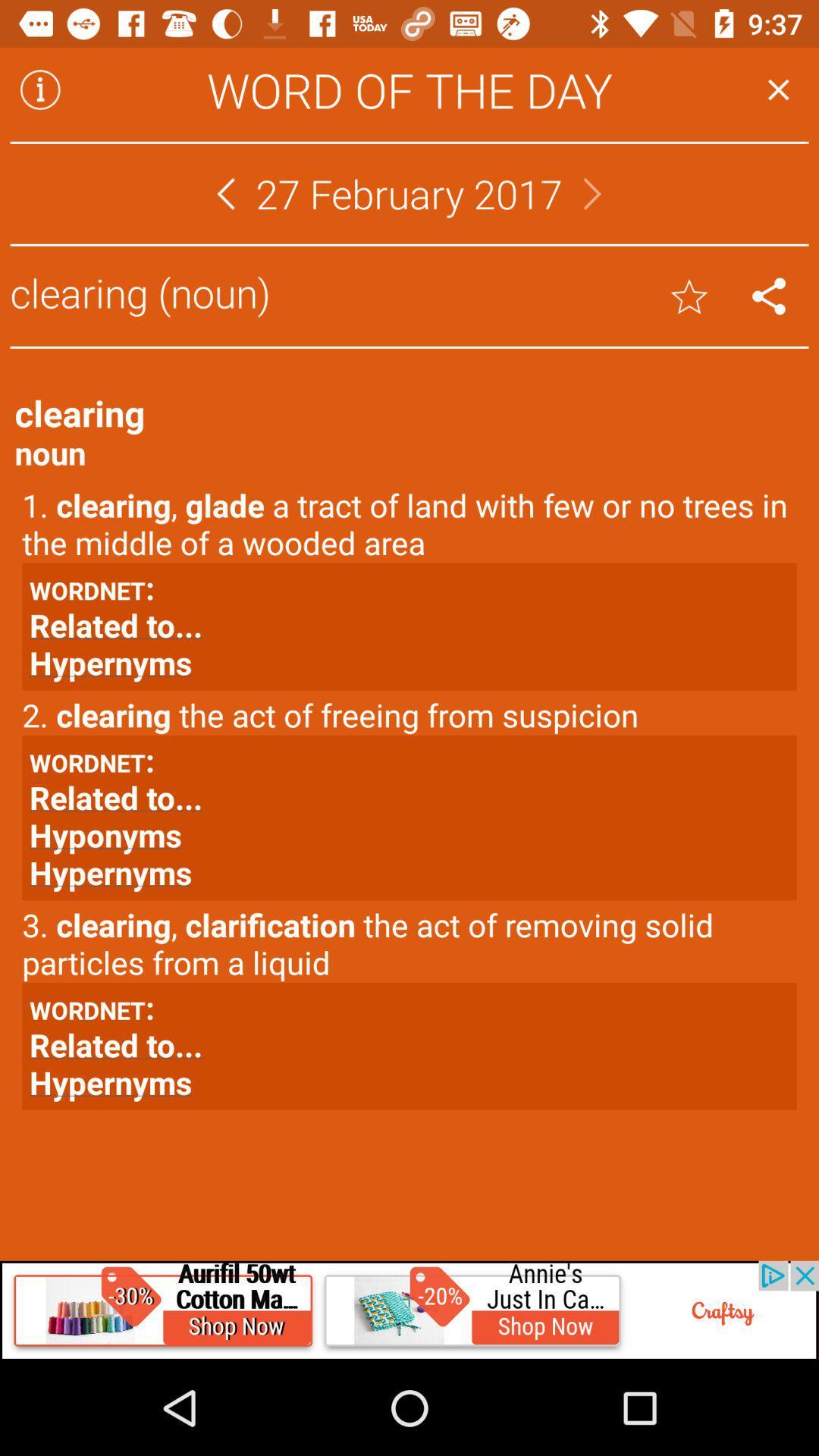 This screenshot has width=819, height=1456. I want to click on more details, so click(39, 89).